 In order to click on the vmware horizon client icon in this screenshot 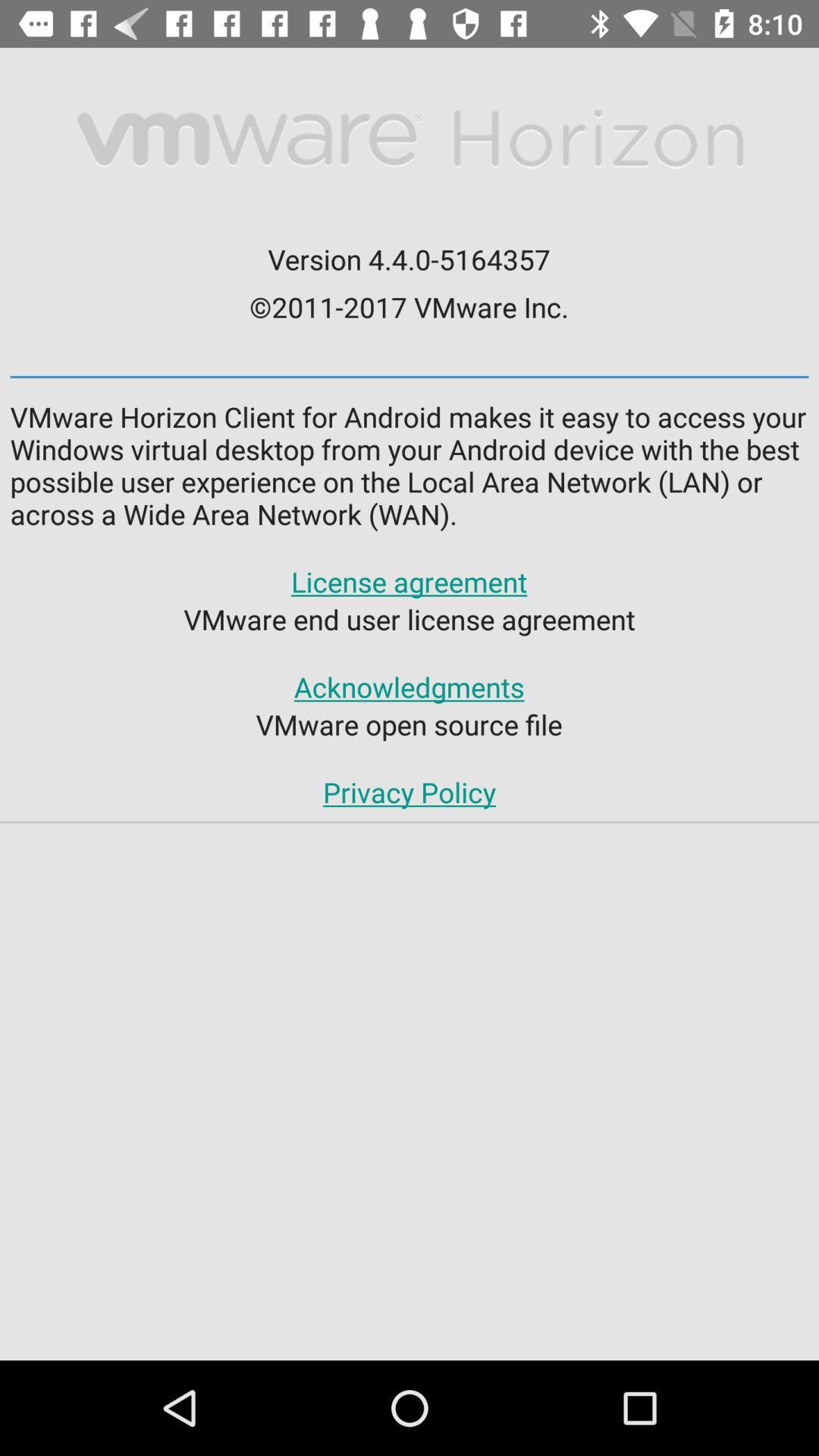, I will do `click(409, 464)`.